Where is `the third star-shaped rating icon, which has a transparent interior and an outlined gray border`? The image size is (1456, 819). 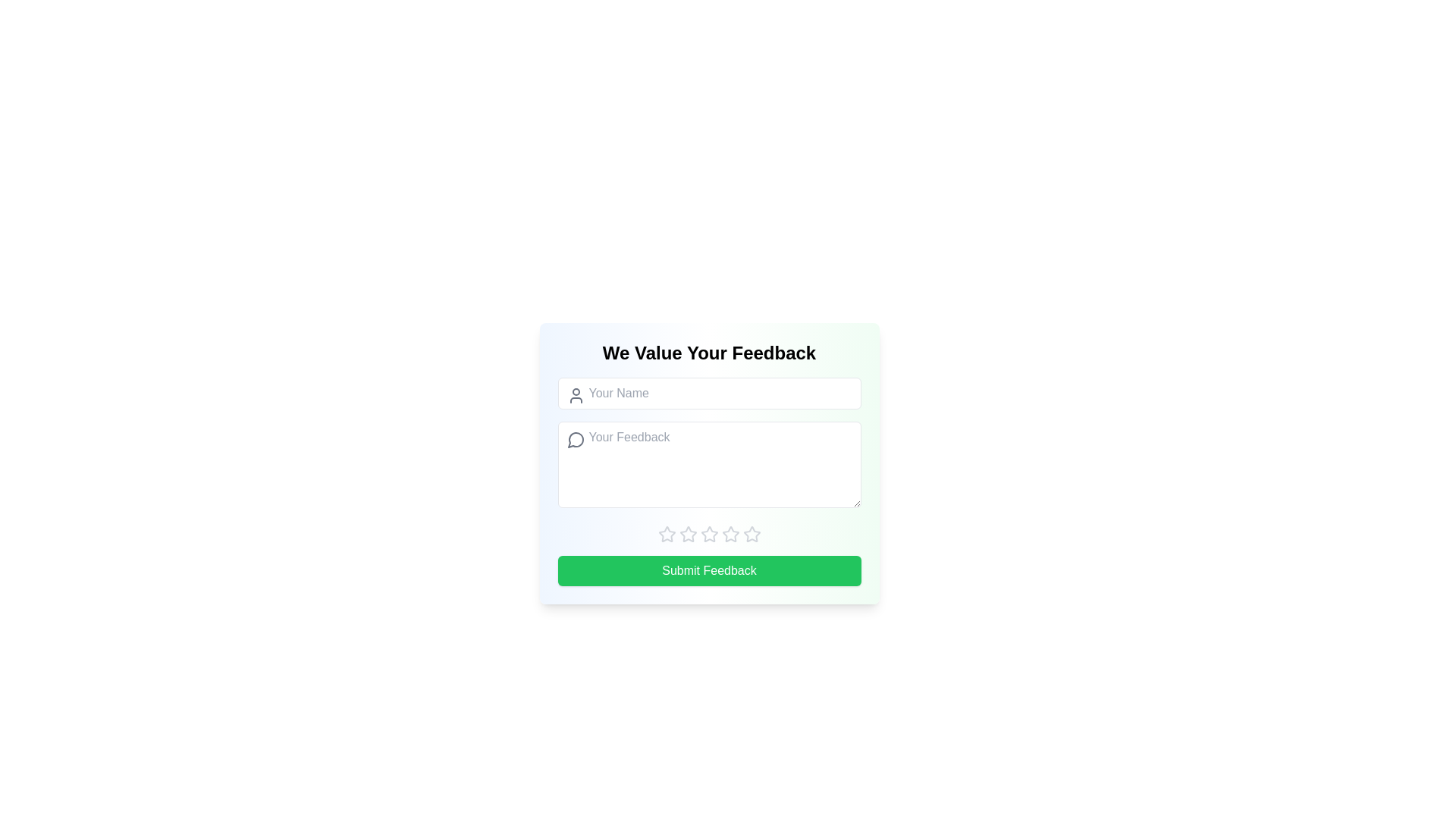 the third star-shaped rating icon, which has a transparent interior and an outlined gray border is located at coordinates (708, 533).